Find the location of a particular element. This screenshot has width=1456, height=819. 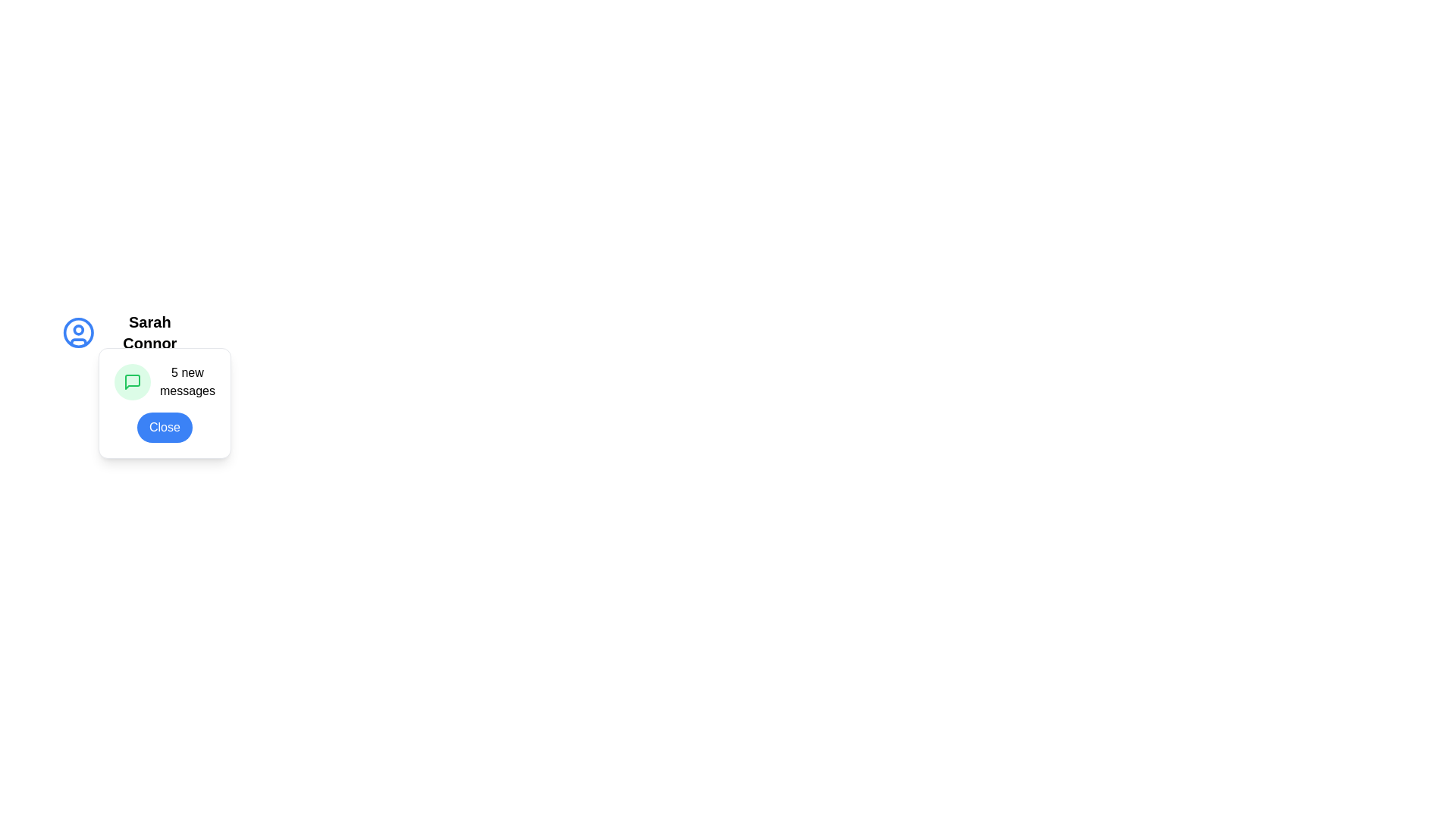

details of the Notification panel located below 'Sarah Connor' and slightly right-aligned, by clicking on it is located at coordinates (165, 403).